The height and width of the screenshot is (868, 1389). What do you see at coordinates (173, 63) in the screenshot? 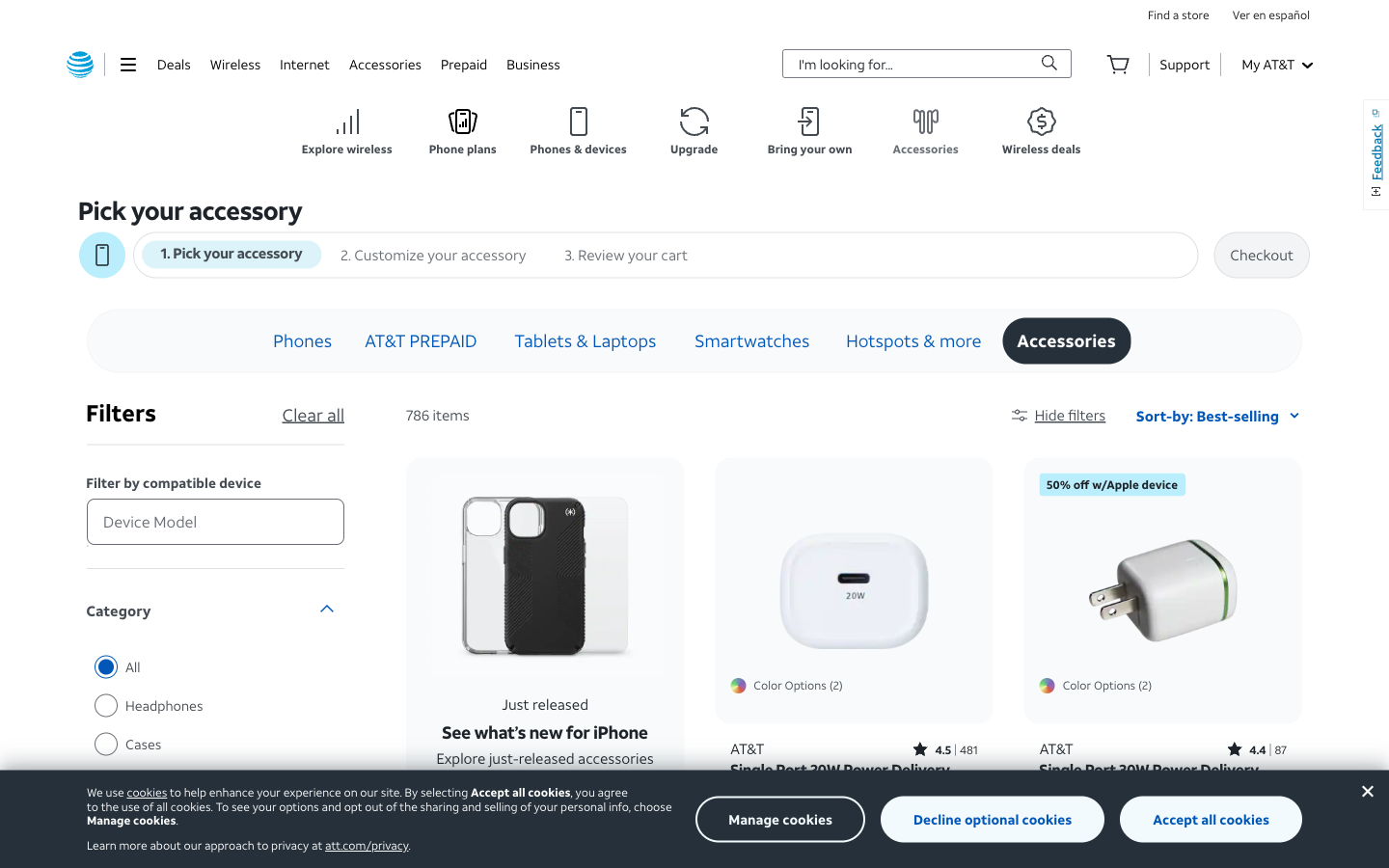
I see `all categories in the deals section` at bounding box center [173, 63].